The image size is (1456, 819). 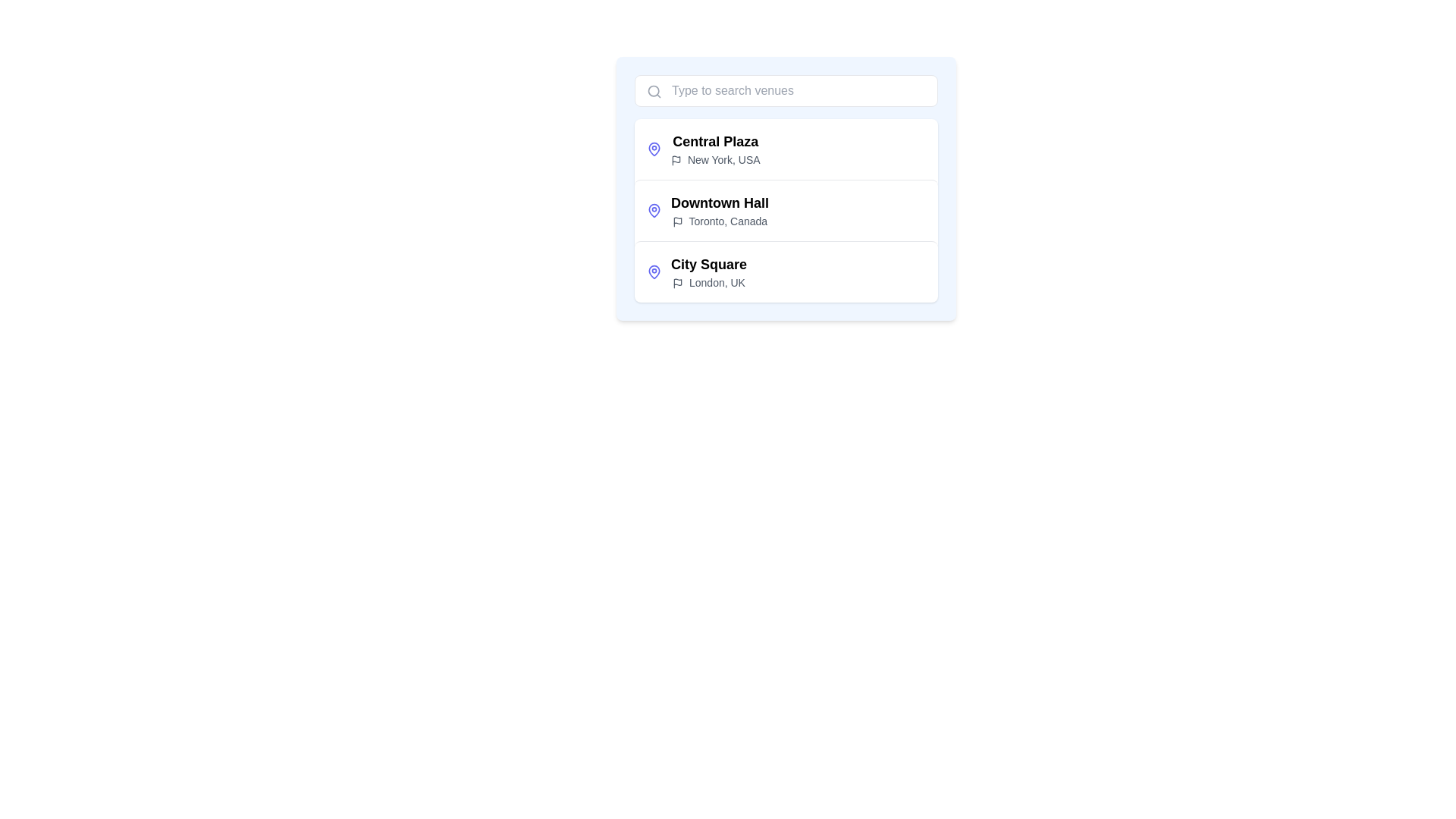 What do you see at coordinates (786, 210) in the screenshot?
I see `the second List item card in the selection list to highlight it` at bounding box center [786, 210].